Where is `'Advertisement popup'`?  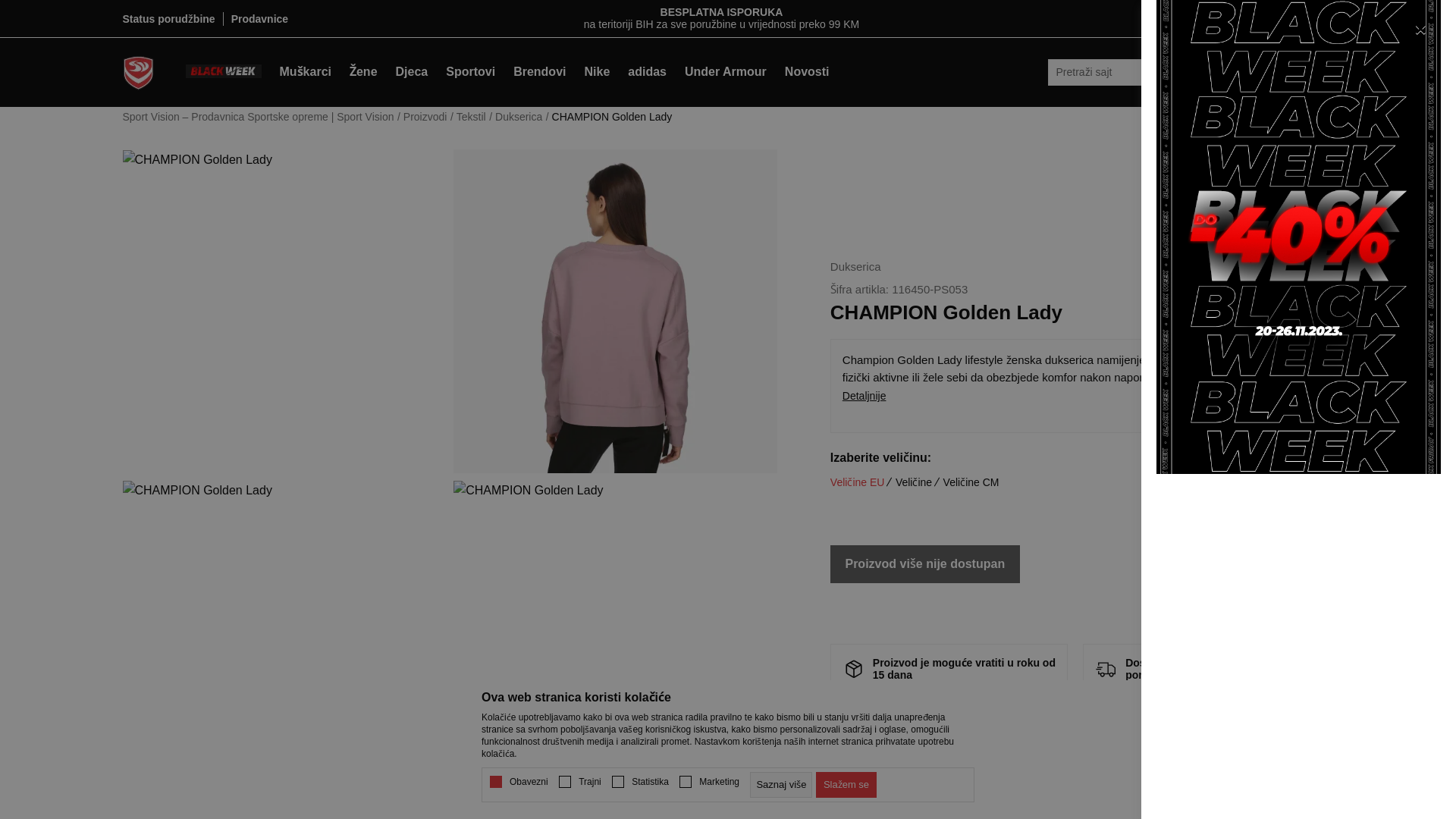
'Advertisement popup' is located at coordinates (1298, 236).